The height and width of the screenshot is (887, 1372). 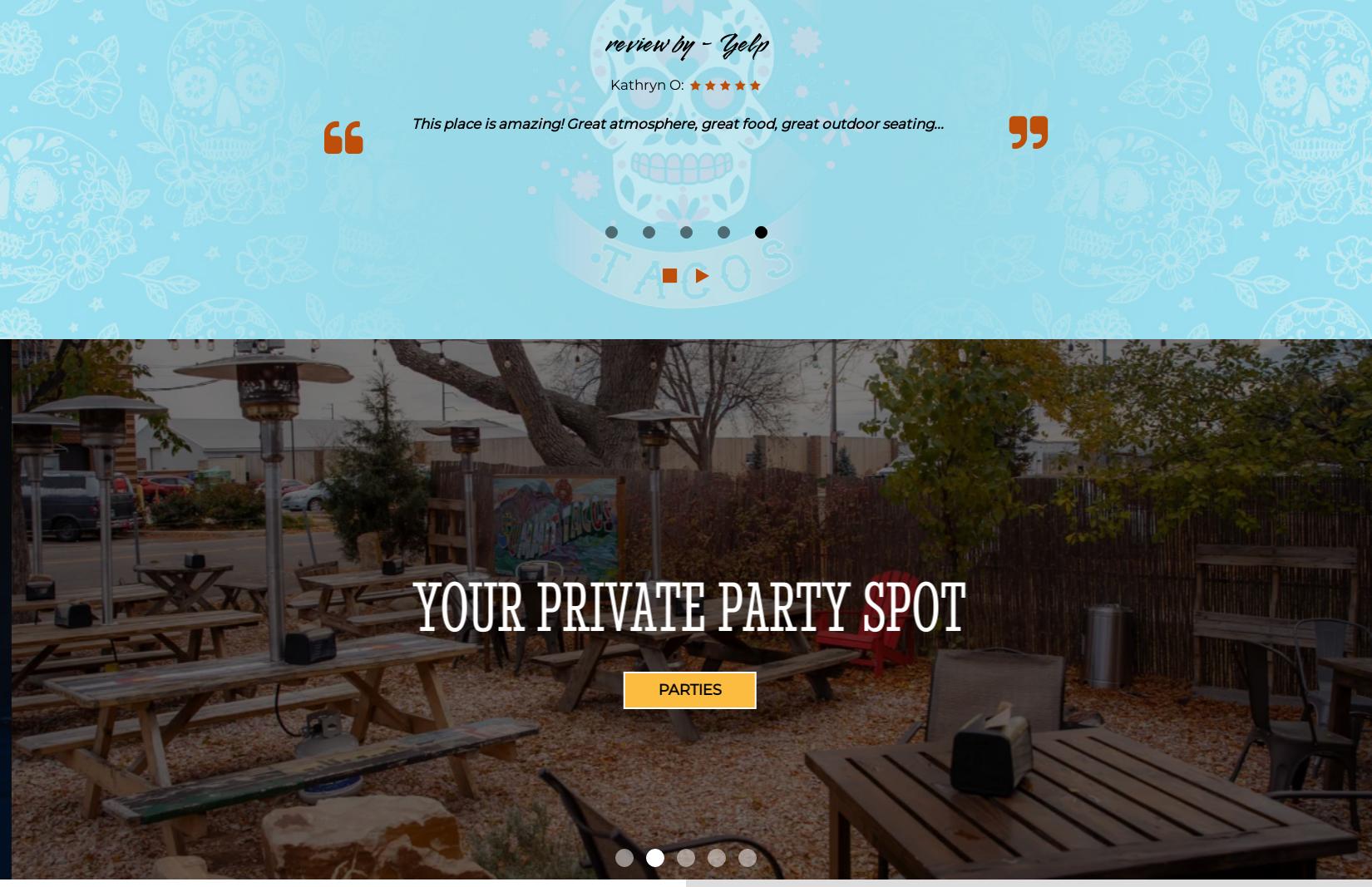 What do you see at coordinates (684, 604) in the screenshot?
I see `'Authentic Mexican Food'` at bounding box center [684, 604].